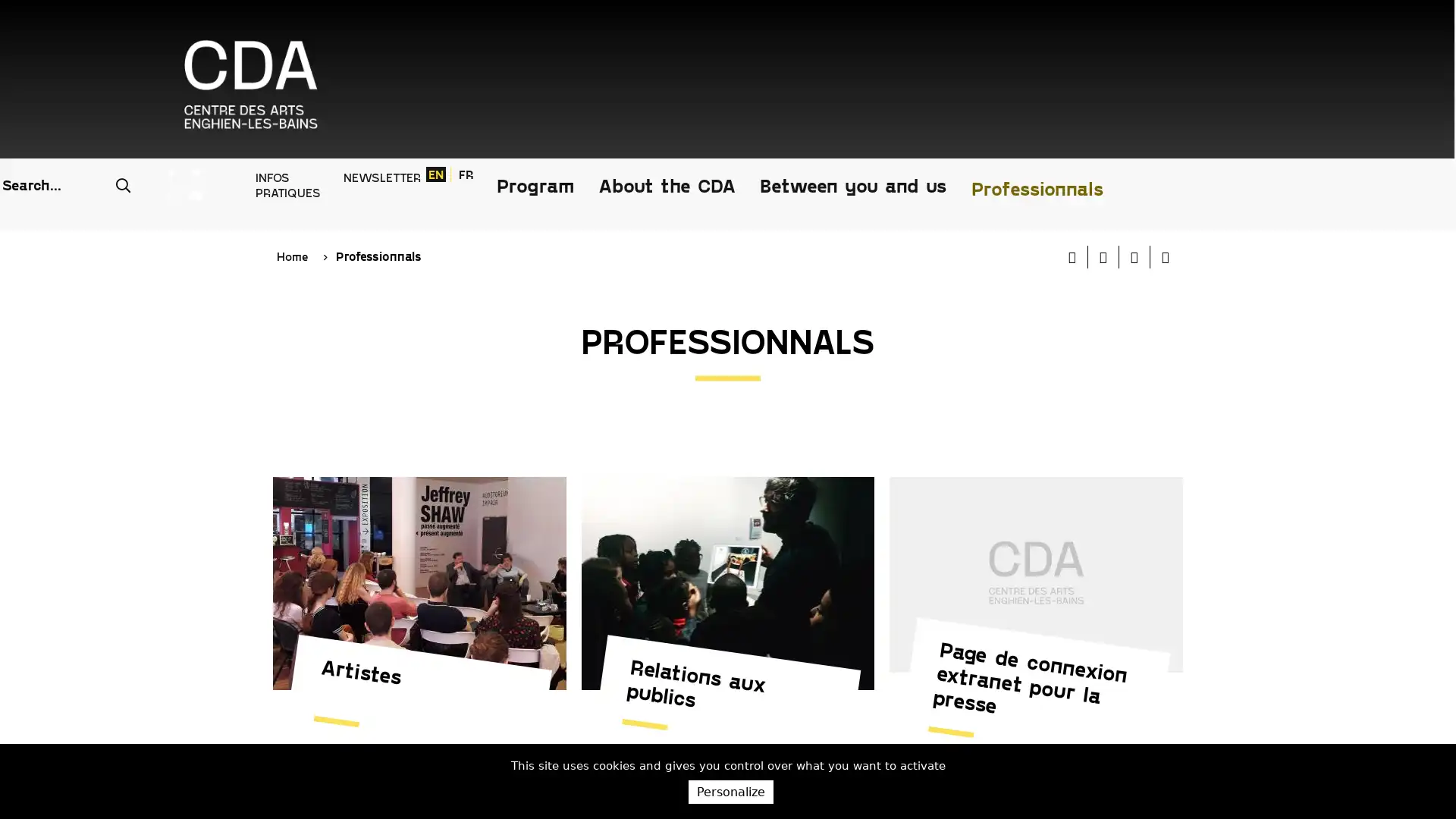 The width and height of the screenshot is (1456, 819). Describe the element at coordinates (1164, 149) in the screenshot. I see `Share this page` at that location.